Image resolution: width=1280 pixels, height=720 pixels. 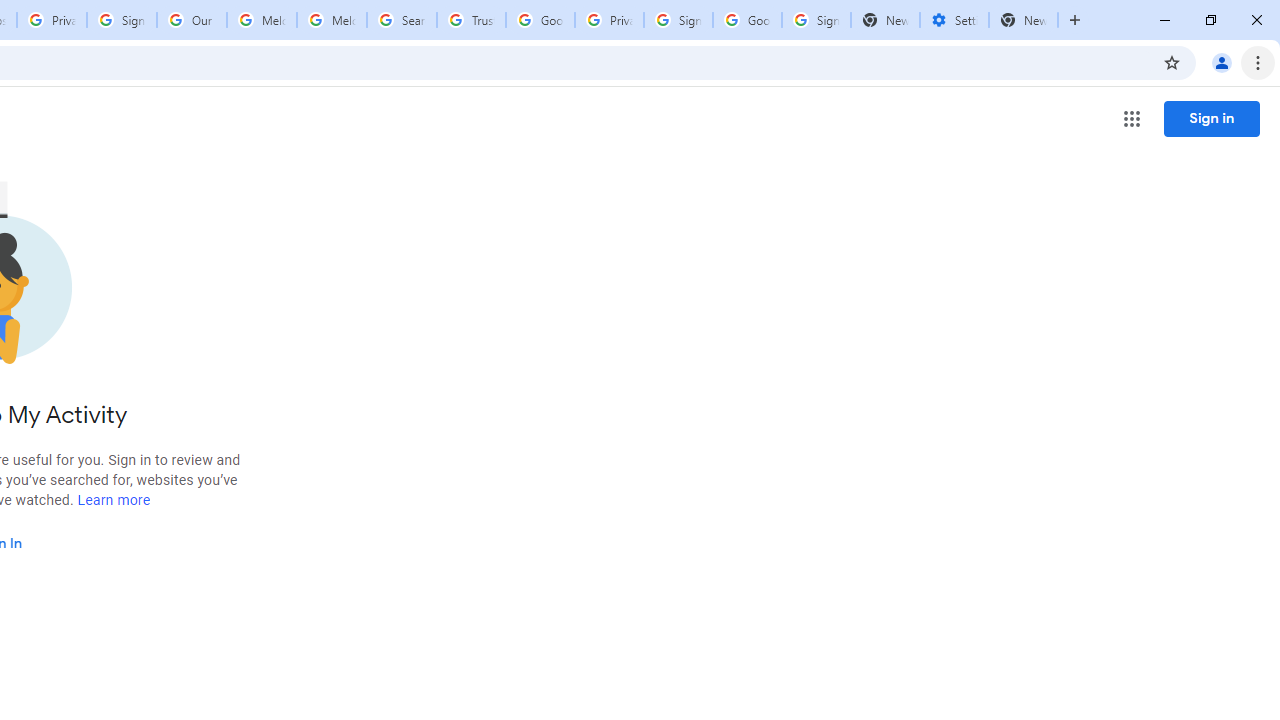 I want to click on 'Google Cybersecurity Innovations - Google Safety Center', so click(x=746, y=20).